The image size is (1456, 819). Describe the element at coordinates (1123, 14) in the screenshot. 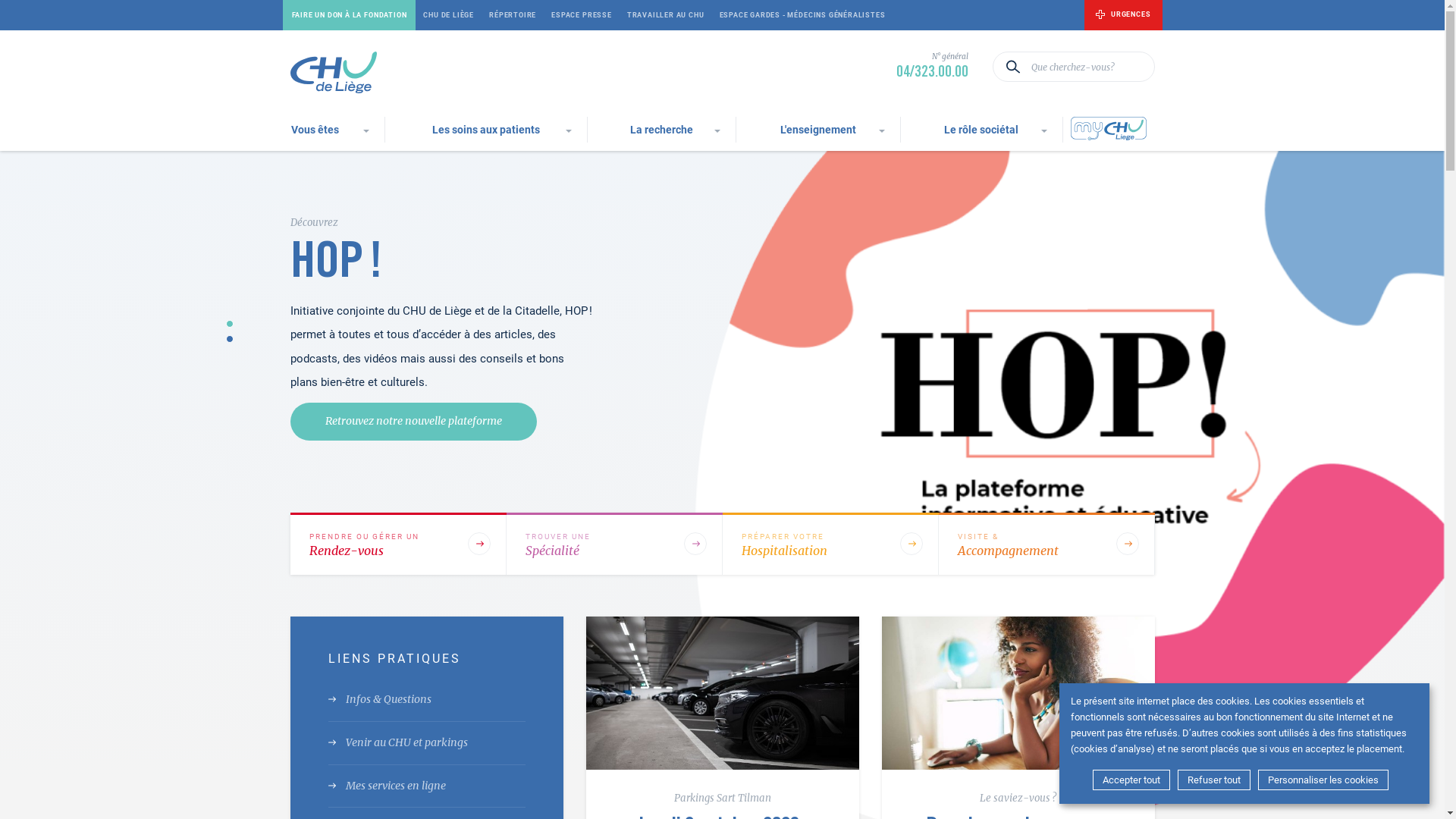

I see `'URGENCES'` at that location.